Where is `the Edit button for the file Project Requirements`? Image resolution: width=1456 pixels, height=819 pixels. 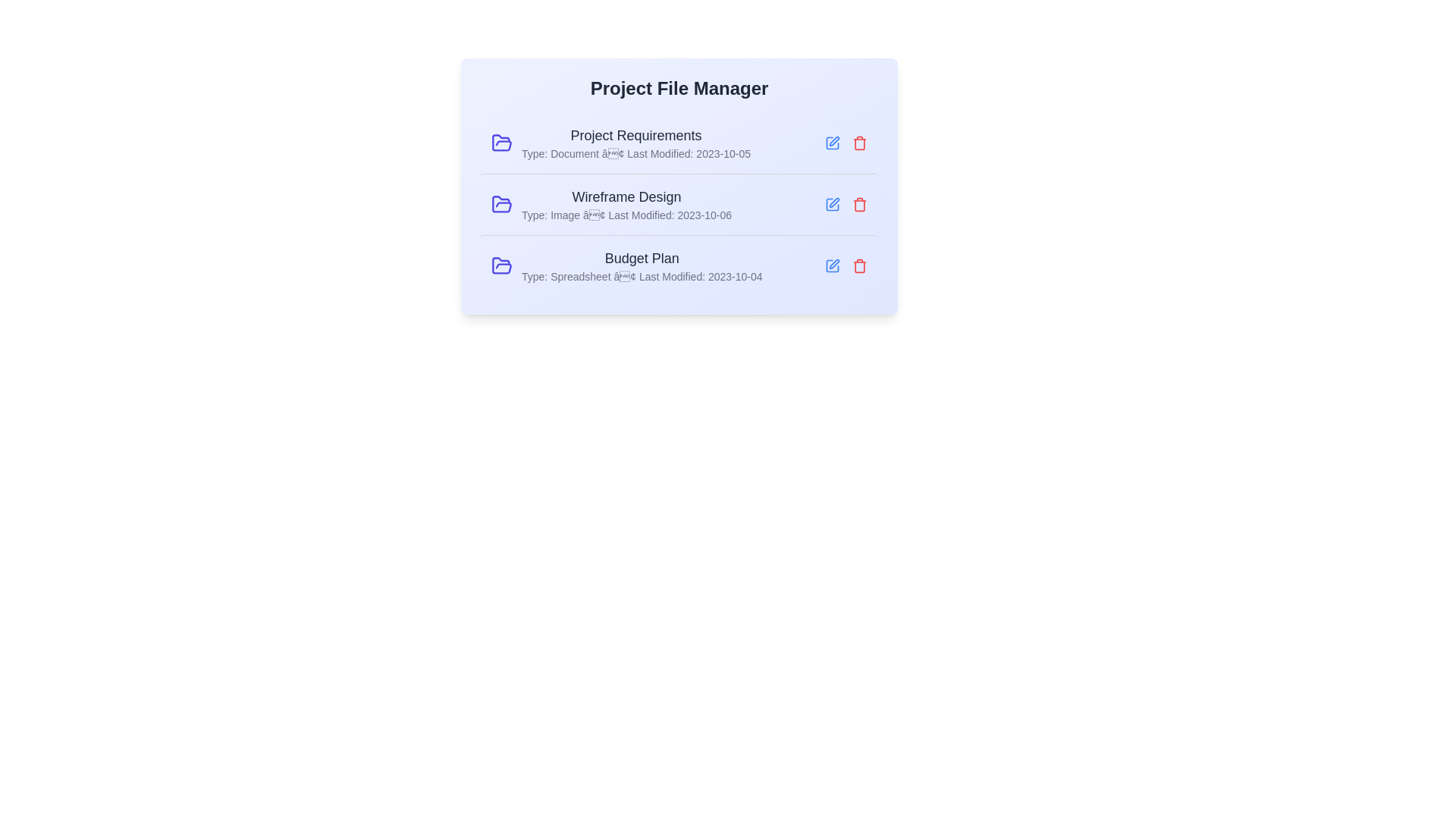 the Edit button for the file Project Requirements is located at coordinates (832, 143).